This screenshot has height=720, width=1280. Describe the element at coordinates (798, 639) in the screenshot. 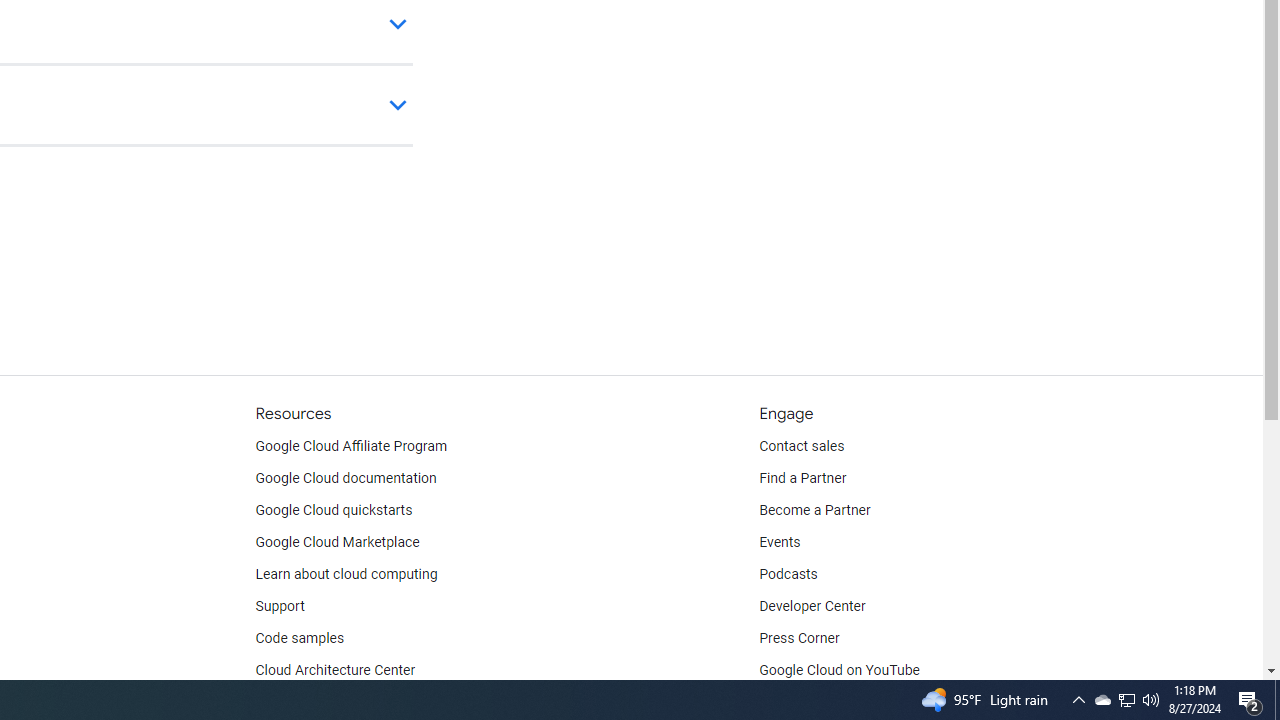

I see `'Press Corner'` at that location.